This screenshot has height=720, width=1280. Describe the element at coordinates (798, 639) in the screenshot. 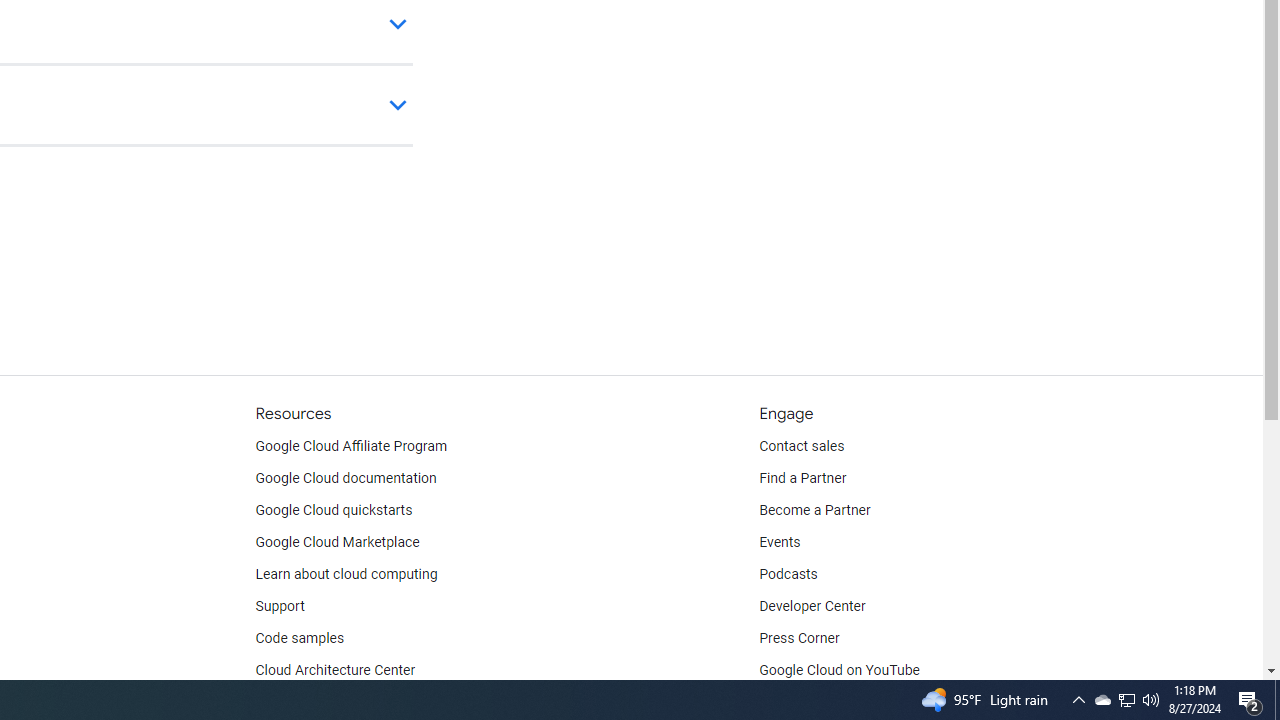

I see `'Press Corner'` at that location.